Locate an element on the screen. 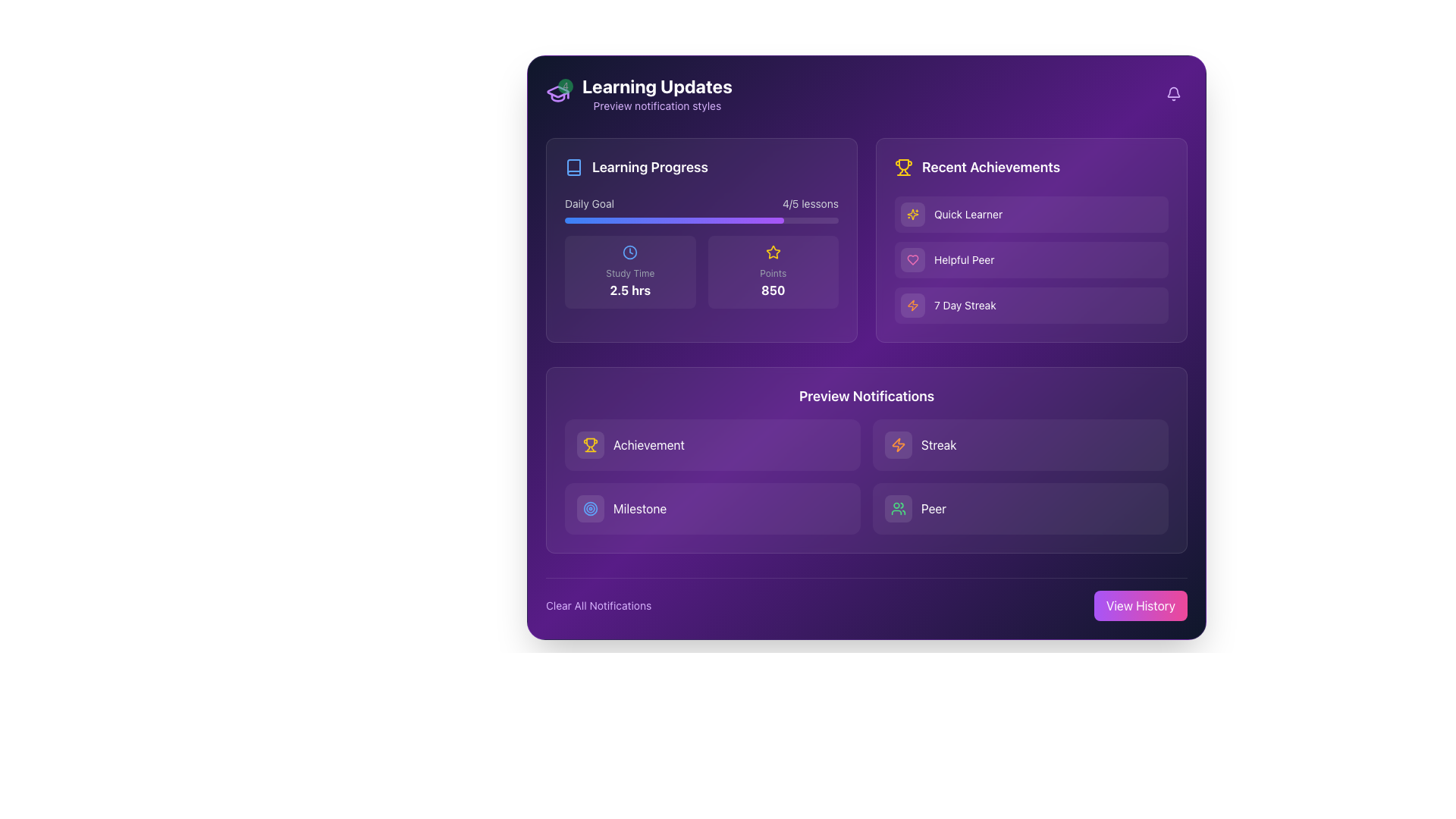  the text label displaying 'achievement' in white letters against a purple background to potentially reveal additional information is located at coordinates (648, 444).